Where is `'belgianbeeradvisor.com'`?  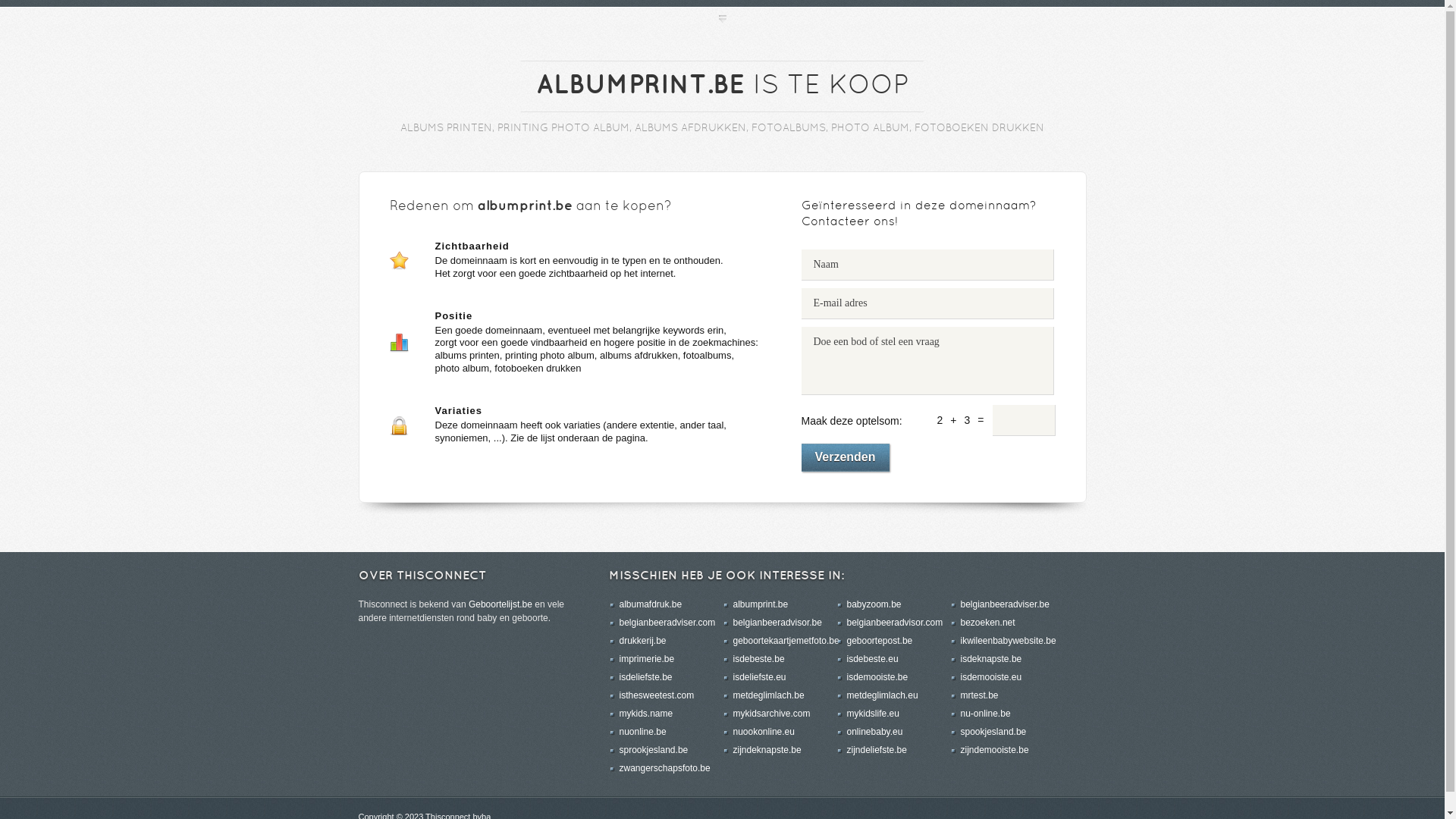 'belgianbeeradvisor.com' is located at coordinates (894, 623).